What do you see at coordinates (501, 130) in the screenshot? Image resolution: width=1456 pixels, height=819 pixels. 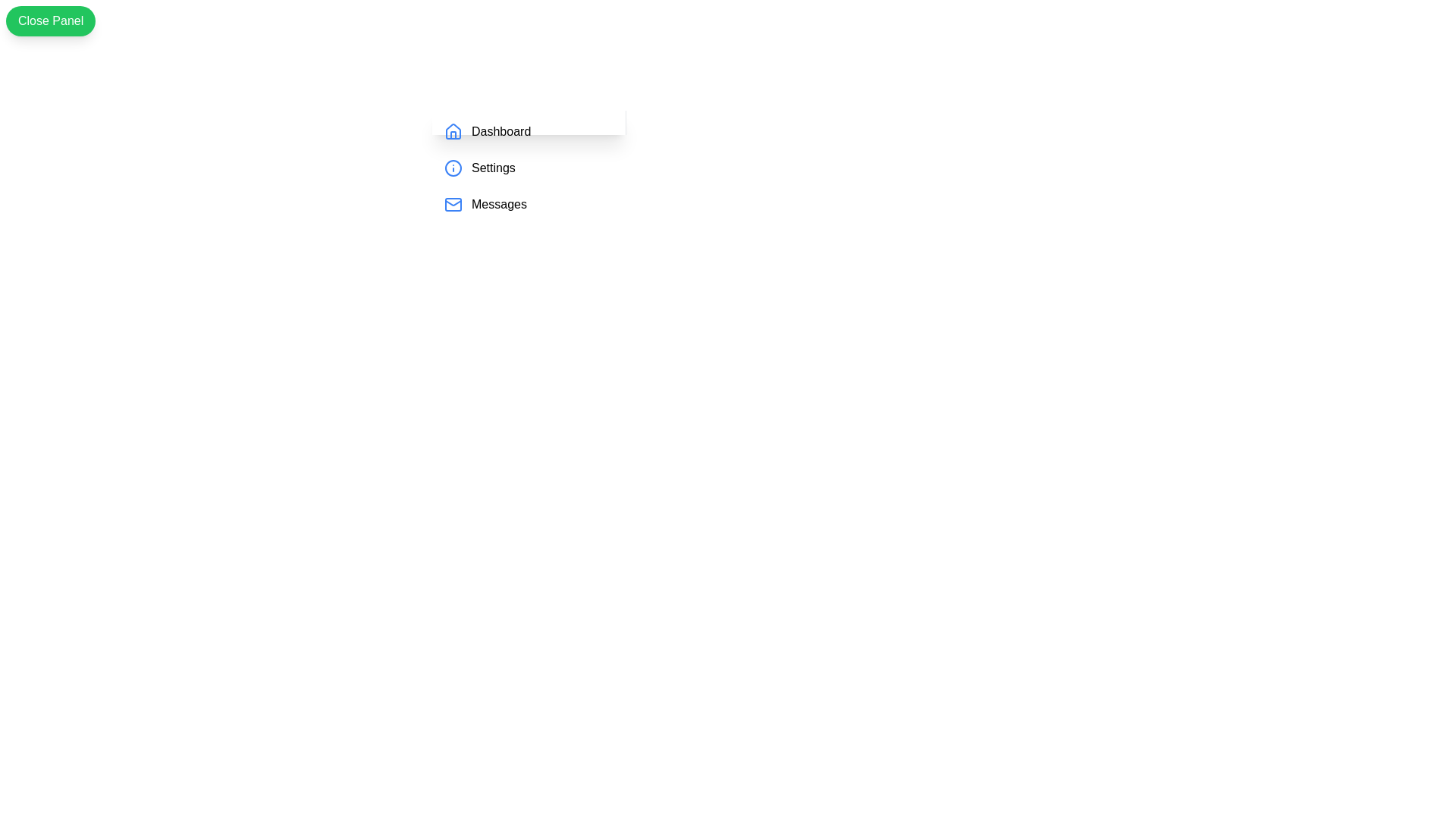 I see `the 'Dashboard' menu item` at bounding box center [501, 130].